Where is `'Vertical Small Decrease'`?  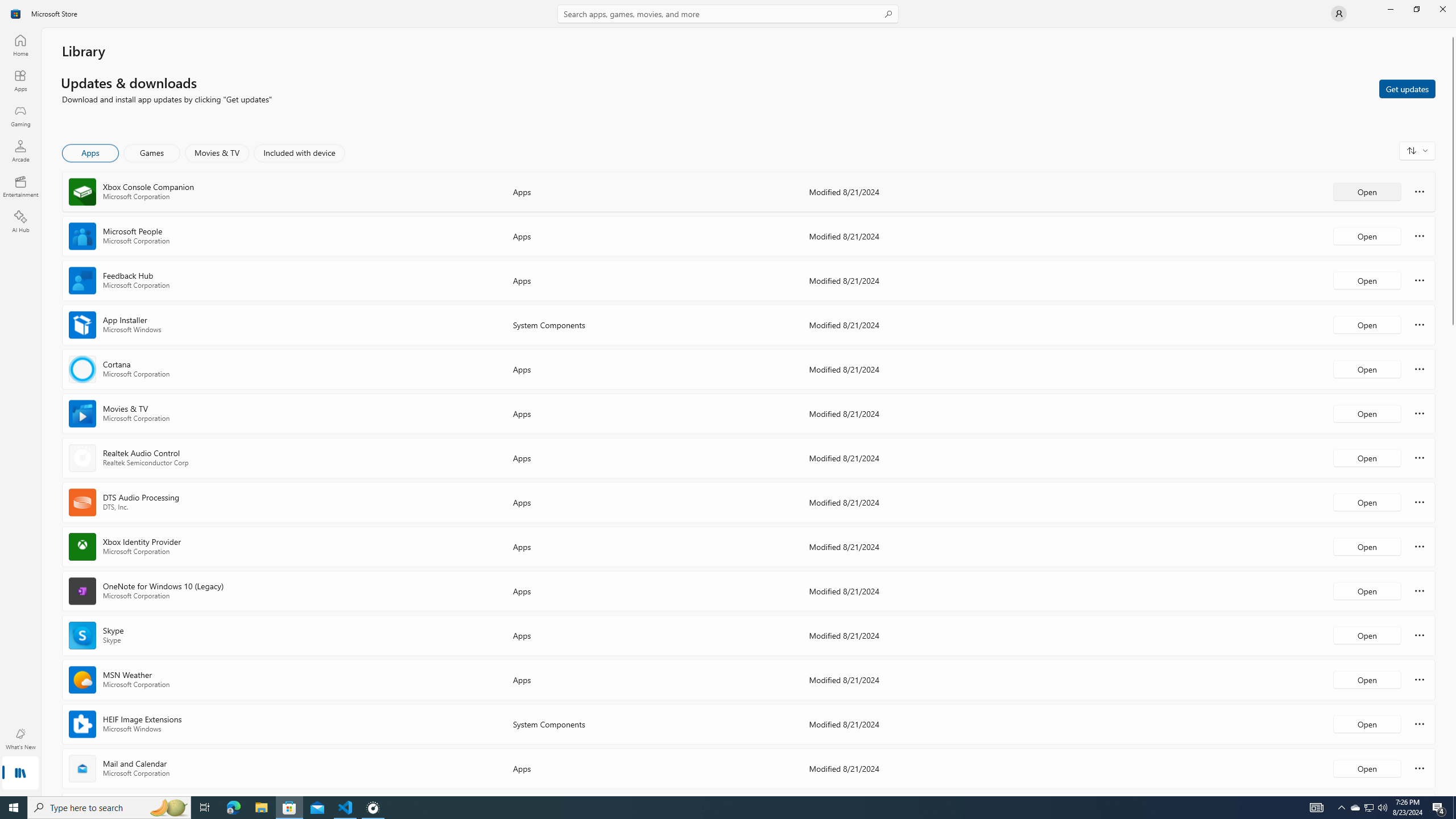
'Vertical Small Decrease' is located at coordinates (1451, 31).